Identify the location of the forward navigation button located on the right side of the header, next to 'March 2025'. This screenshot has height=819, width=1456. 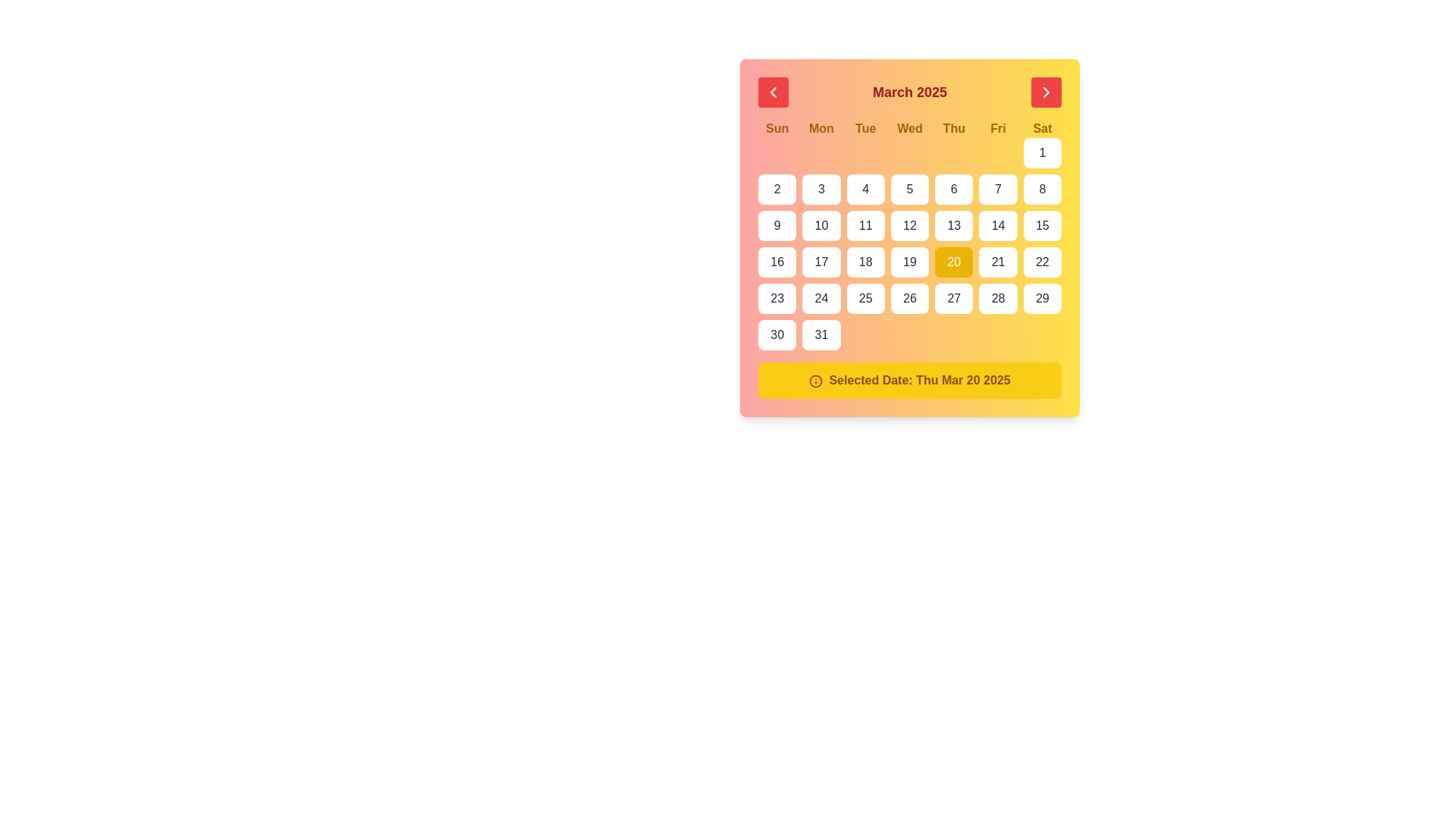
(1046, 93).